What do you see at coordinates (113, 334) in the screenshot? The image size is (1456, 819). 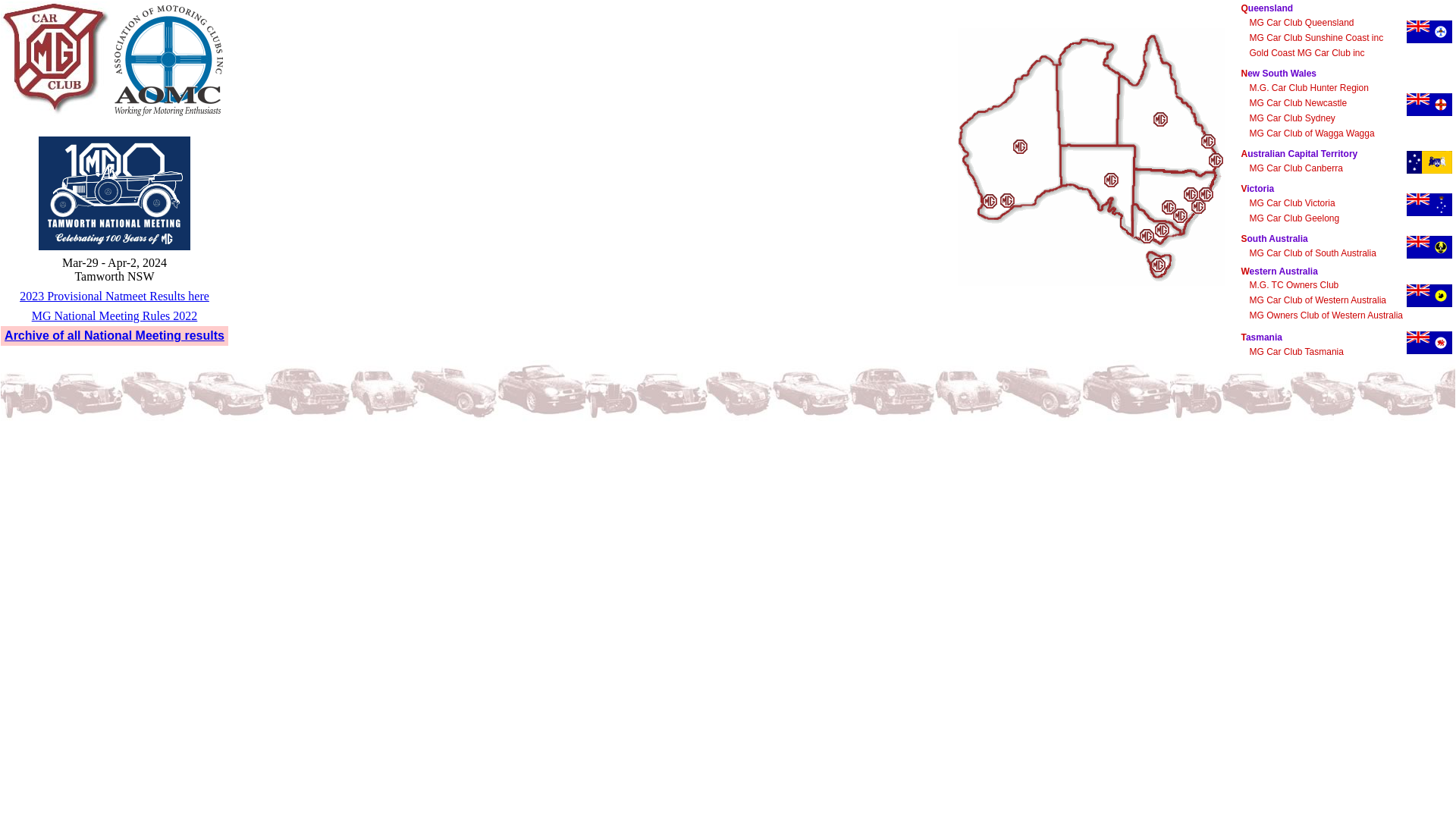 I see `'Archive of all National Meeting results'` at bounding box center [113, 334].